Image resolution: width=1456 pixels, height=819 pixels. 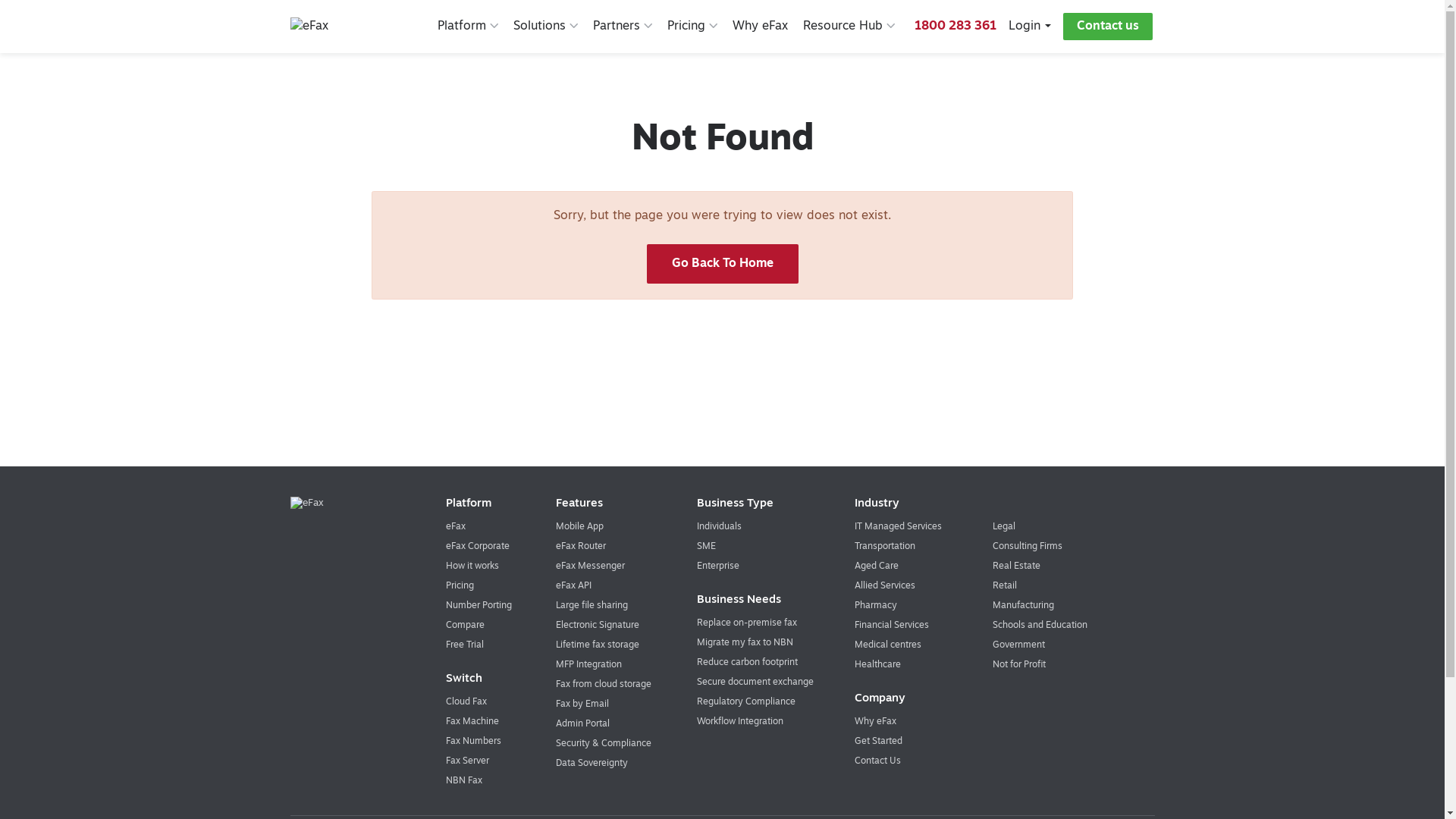 I want to click on 'eFax Corporate', so click(x=476, y=547).